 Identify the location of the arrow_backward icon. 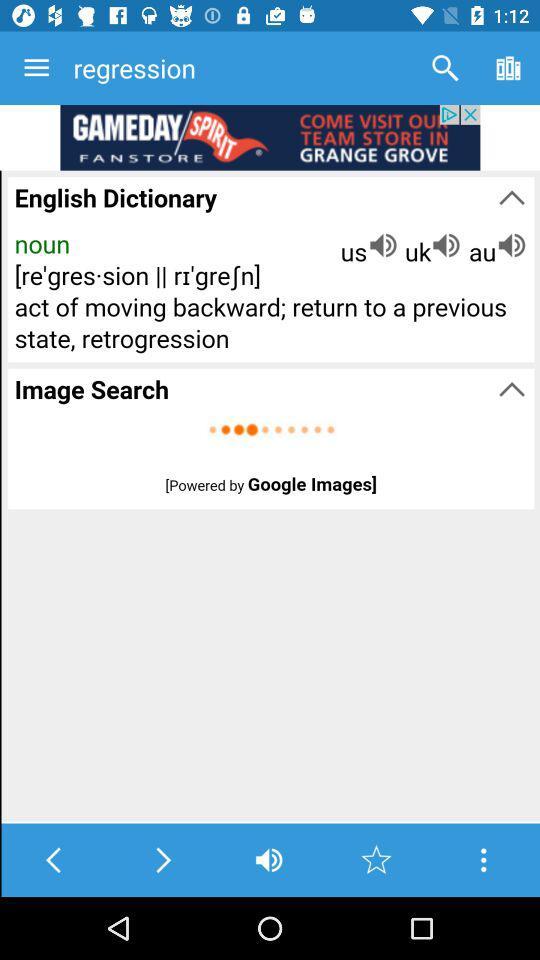
(54, 859).